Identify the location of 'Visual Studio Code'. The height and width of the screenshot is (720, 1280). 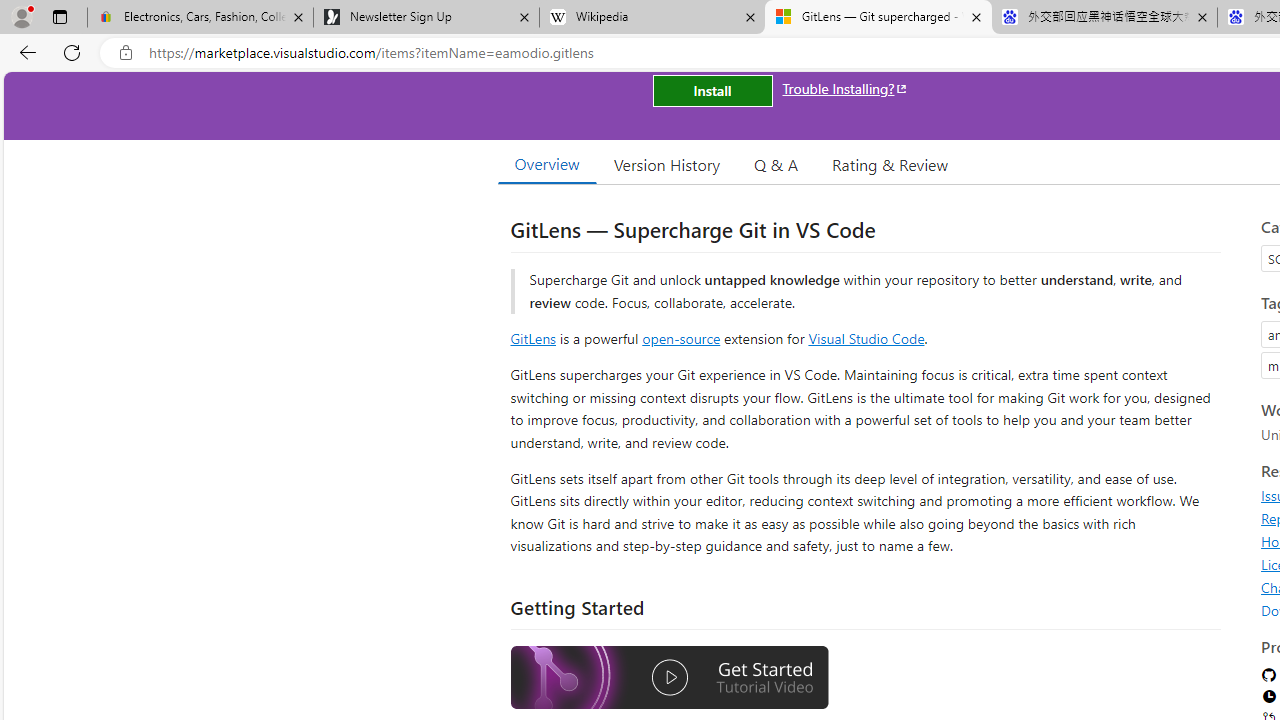
(866, 337).